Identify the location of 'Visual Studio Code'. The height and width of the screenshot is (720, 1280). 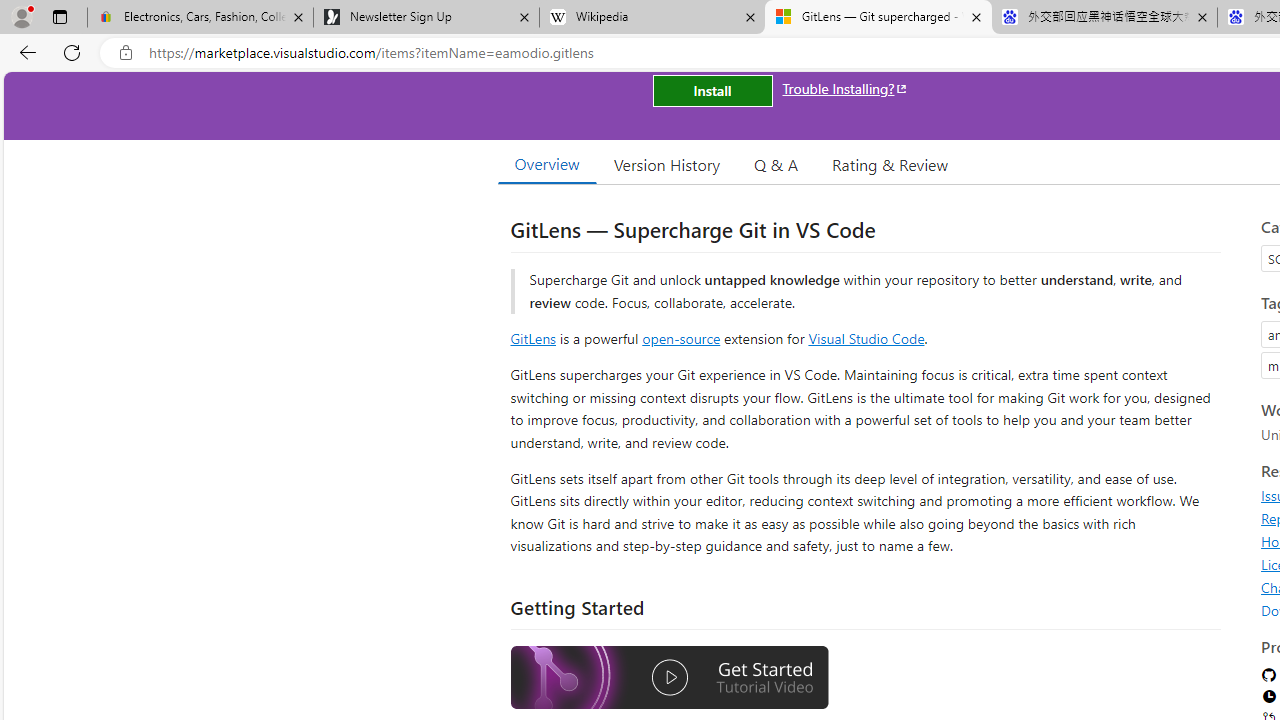
(866, 337).